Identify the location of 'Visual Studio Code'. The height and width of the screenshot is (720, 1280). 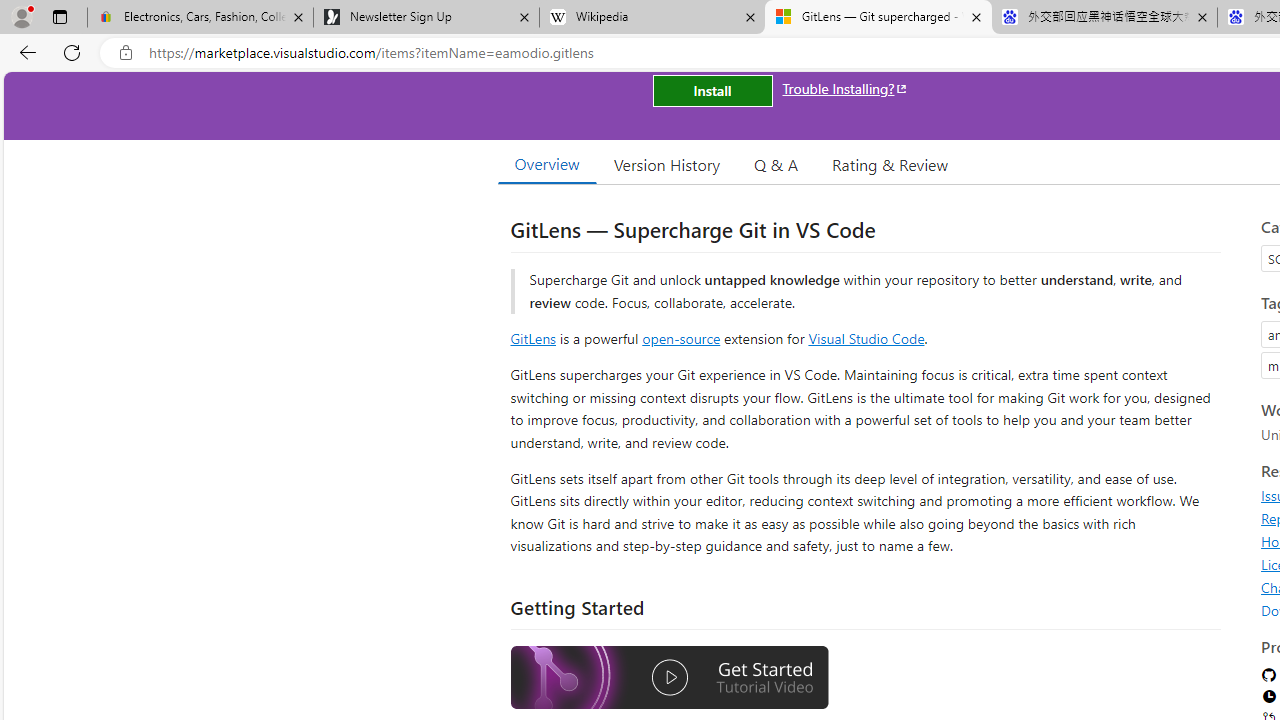
(866, 337).